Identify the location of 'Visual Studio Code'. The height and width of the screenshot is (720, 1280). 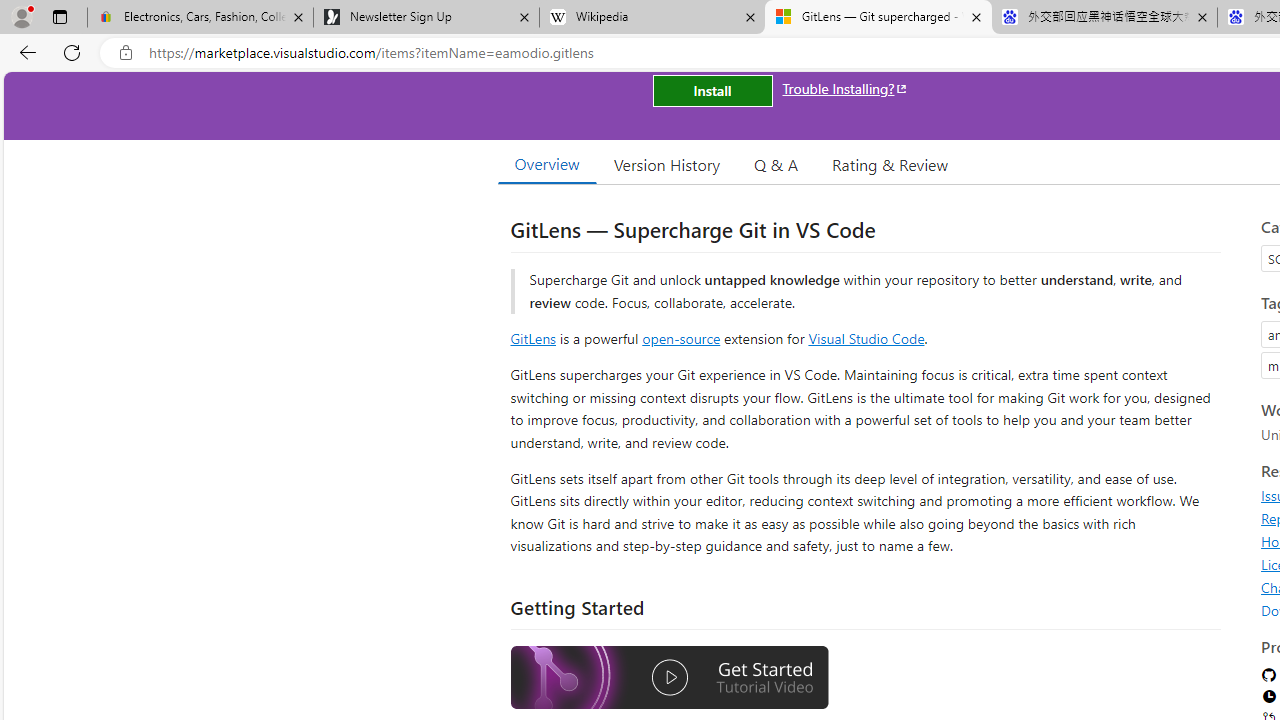
(866, 337).